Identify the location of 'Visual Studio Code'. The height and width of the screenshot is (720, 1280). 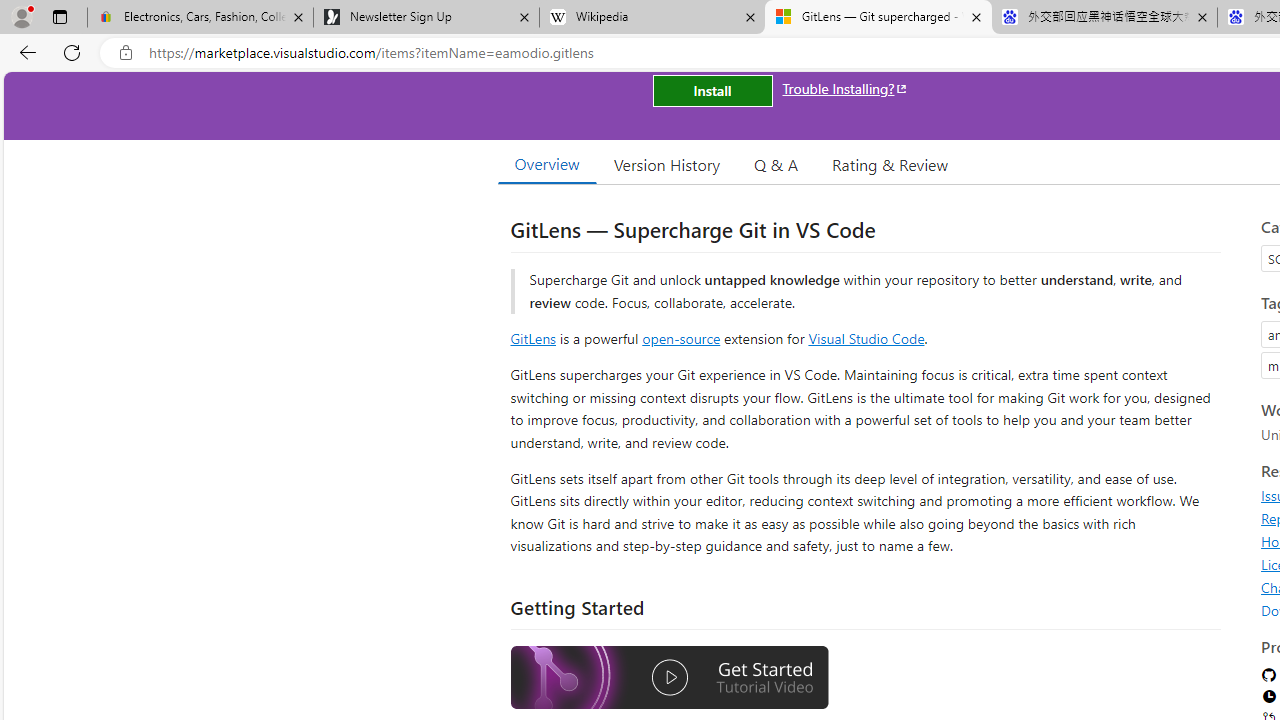
(866, 337).